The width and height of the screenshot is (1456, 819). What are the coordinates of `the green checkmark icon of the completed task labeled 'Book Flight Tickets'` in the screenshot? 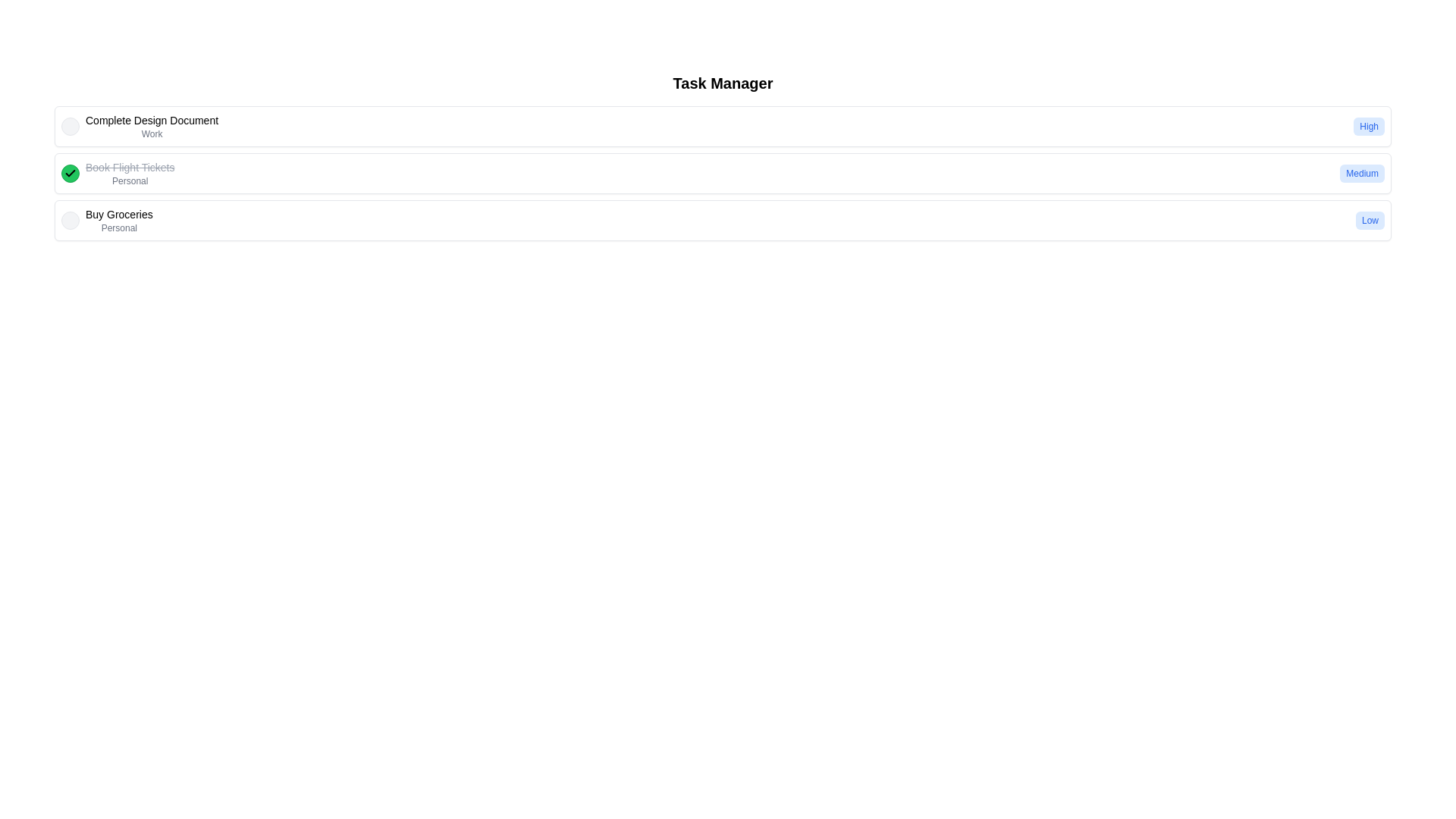 It's located at (117, 172).